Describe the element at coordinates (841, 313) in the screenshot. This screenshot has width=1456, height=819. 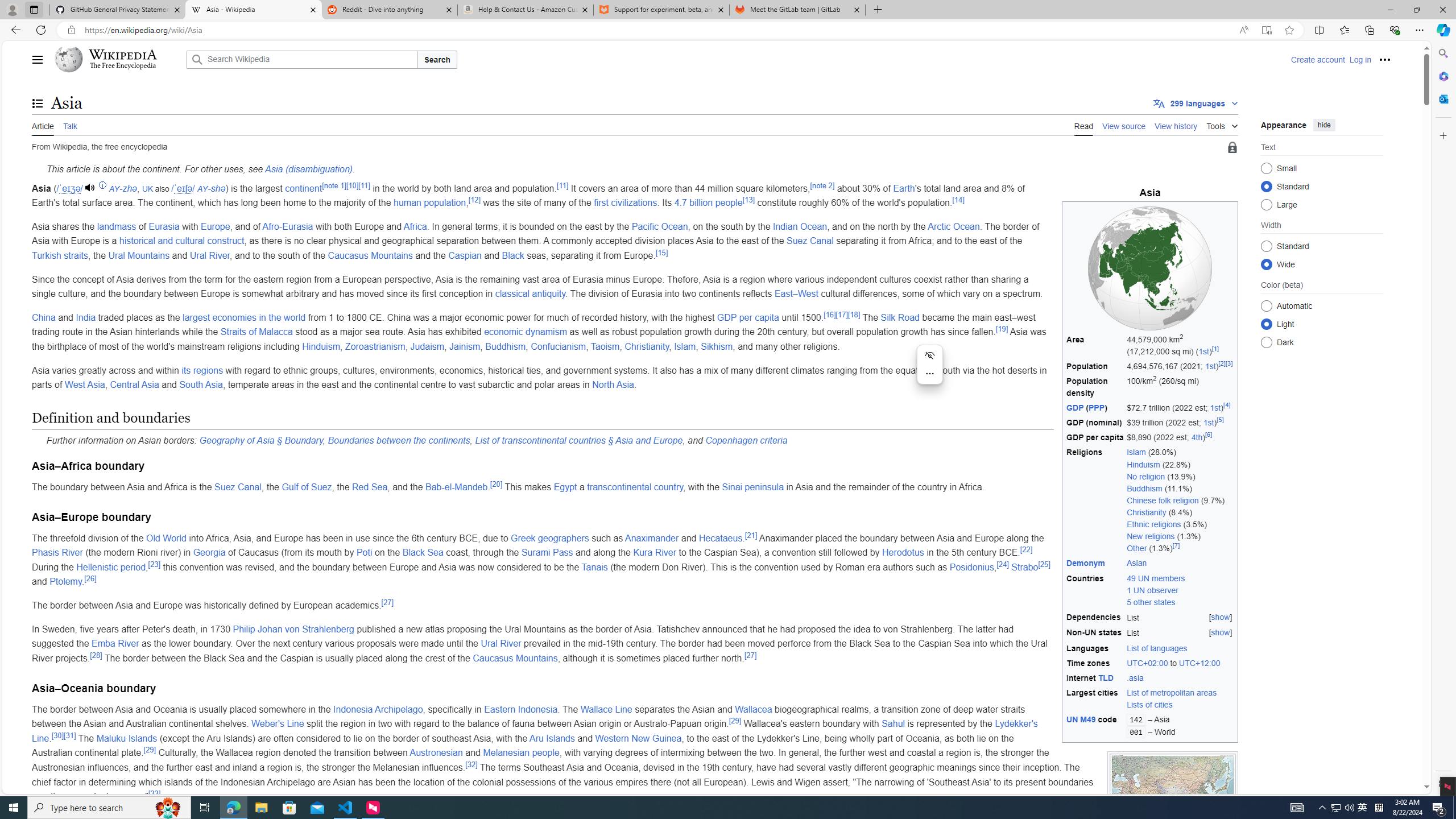
I see `'[17]'` at that location.